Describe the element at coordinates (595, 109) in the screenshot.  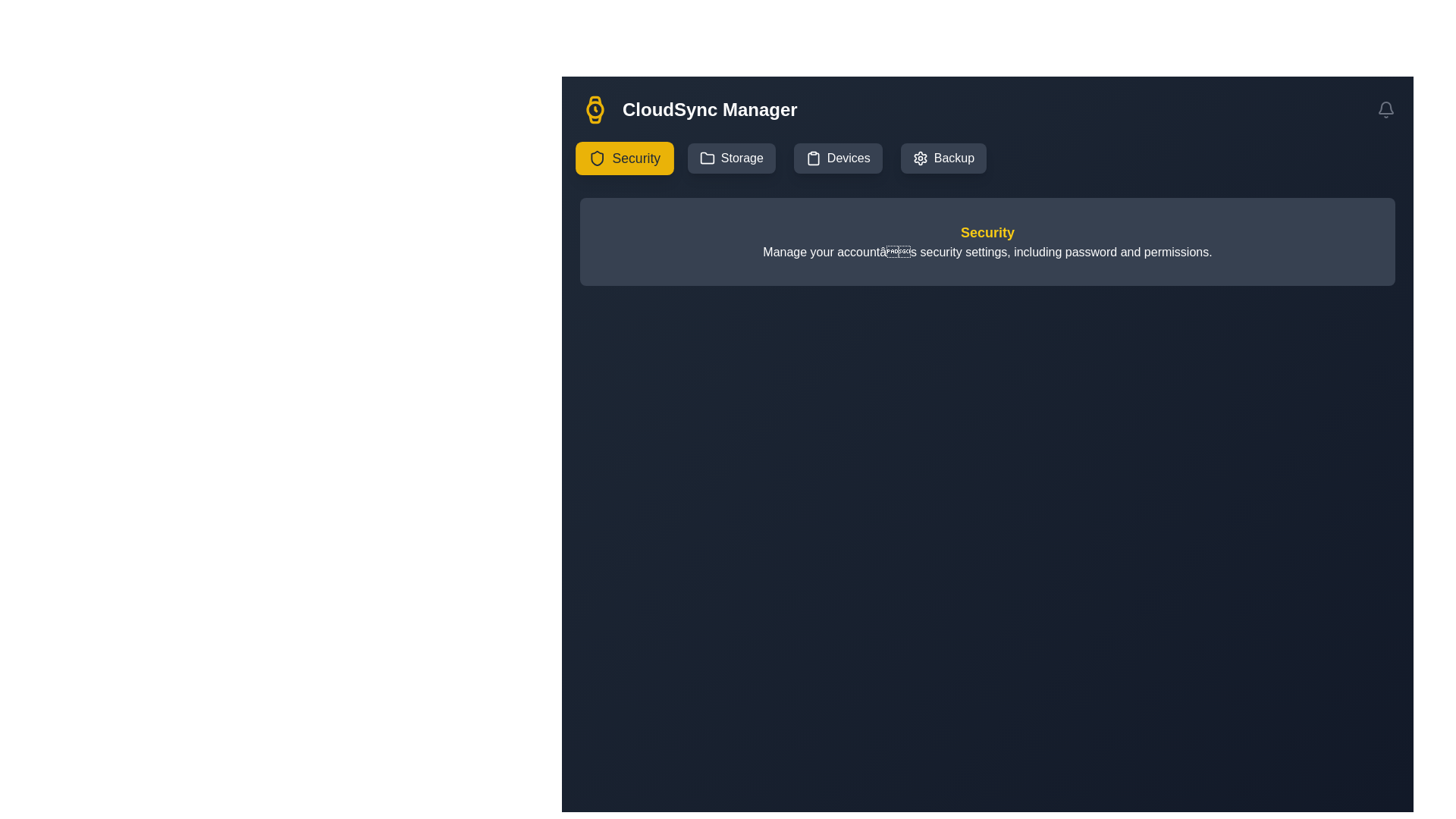
I see `the yellow watch icon located at the top left of the interface, preceding the 'CloudSync Manager' text in the header section` at that location.